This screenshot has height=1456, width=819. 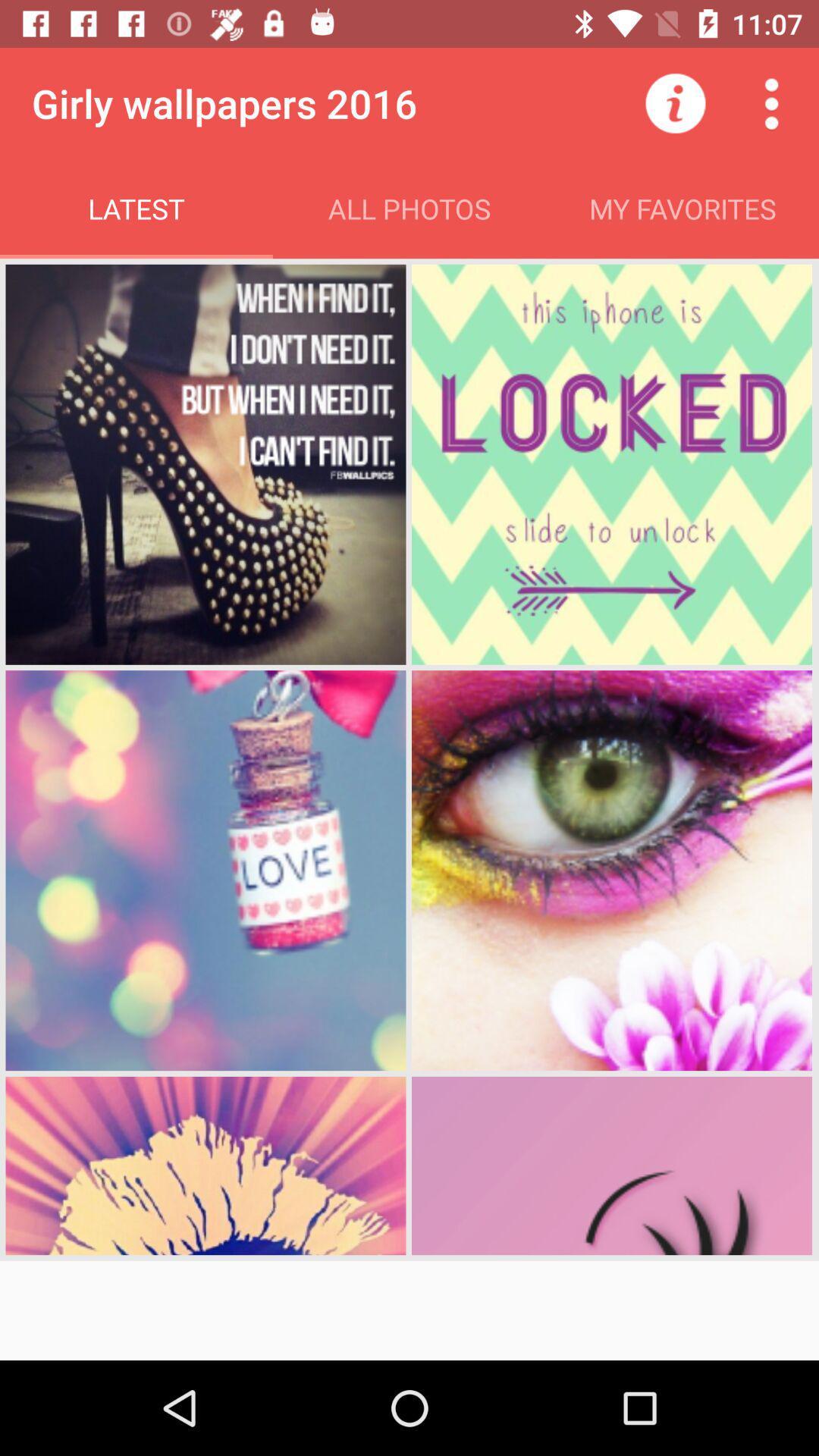 What do you see at coordinates (675, 102) in the screenshot?
I see `the icon to the right of all photos app` at bounding box center [675, 102].